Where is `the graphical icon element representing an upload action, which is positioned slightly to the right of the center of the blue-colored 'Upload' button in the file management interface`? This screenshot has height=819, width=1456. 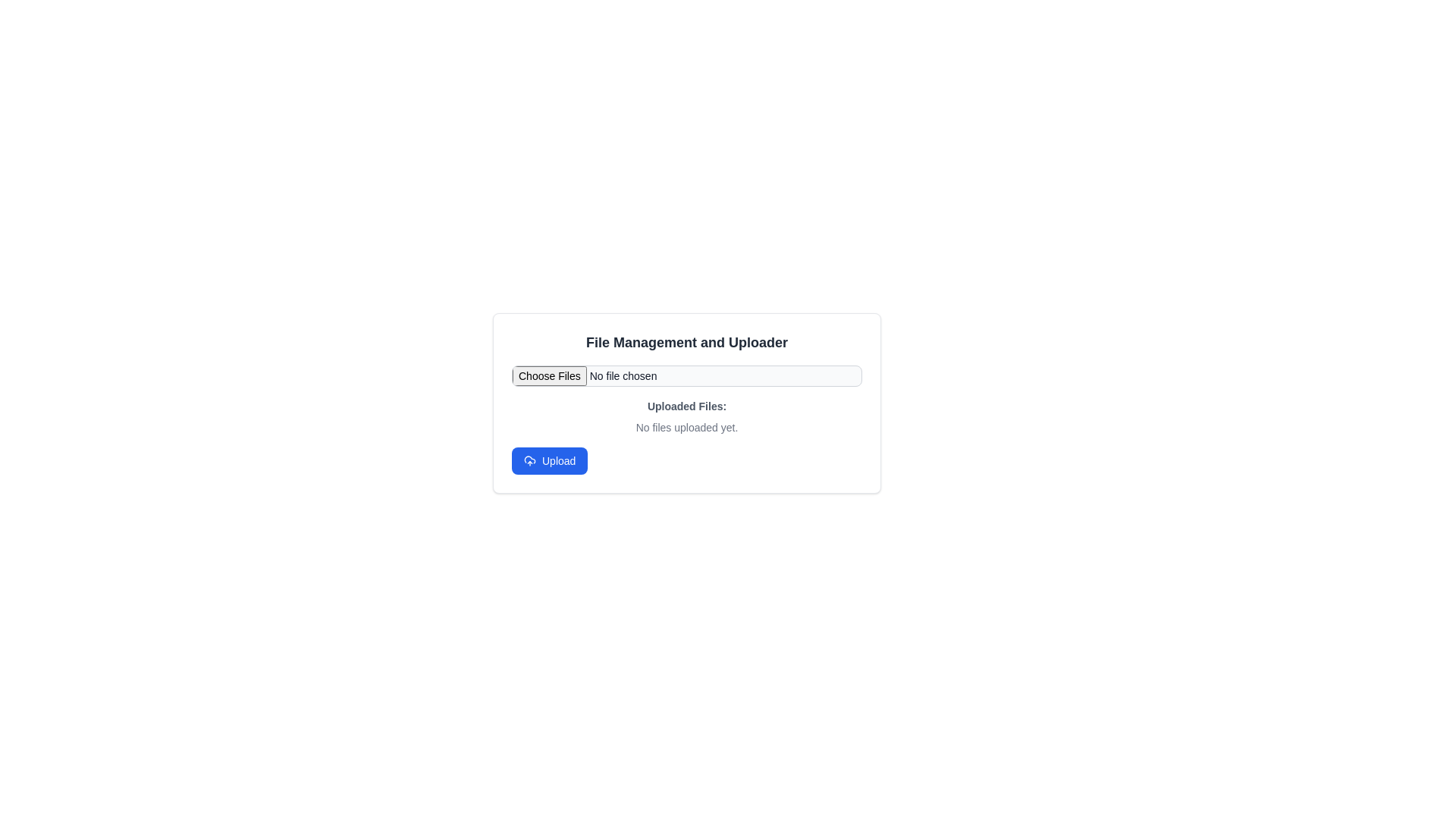
the graphical icon element representing an upload action, which is positioned slightly to the right of the center of the blue-colored 'Upload' button in the file management interface is located at coordinates (530, 459).